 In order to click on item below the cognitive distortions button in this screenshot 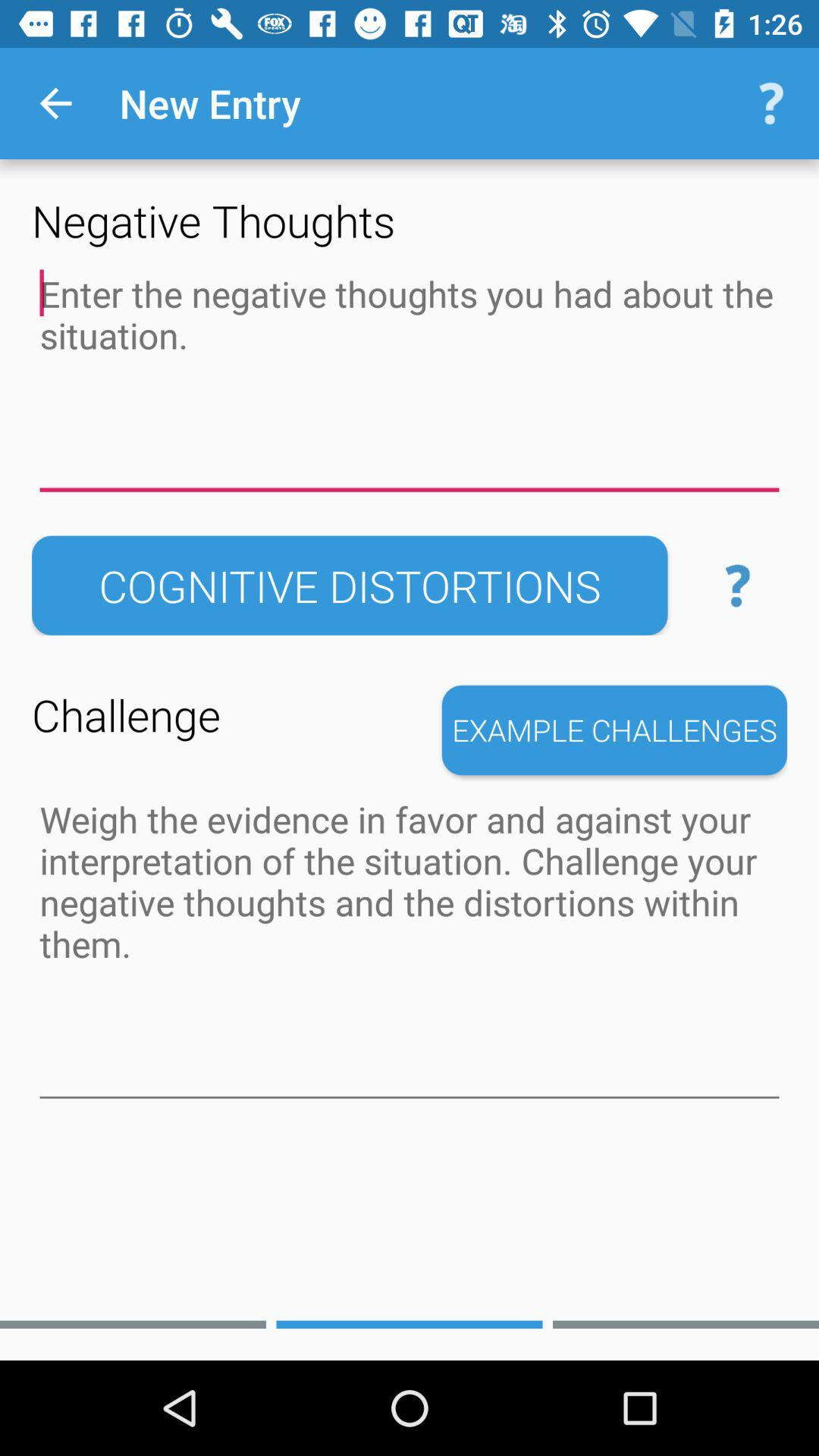, I will do `click(614, 730)`.